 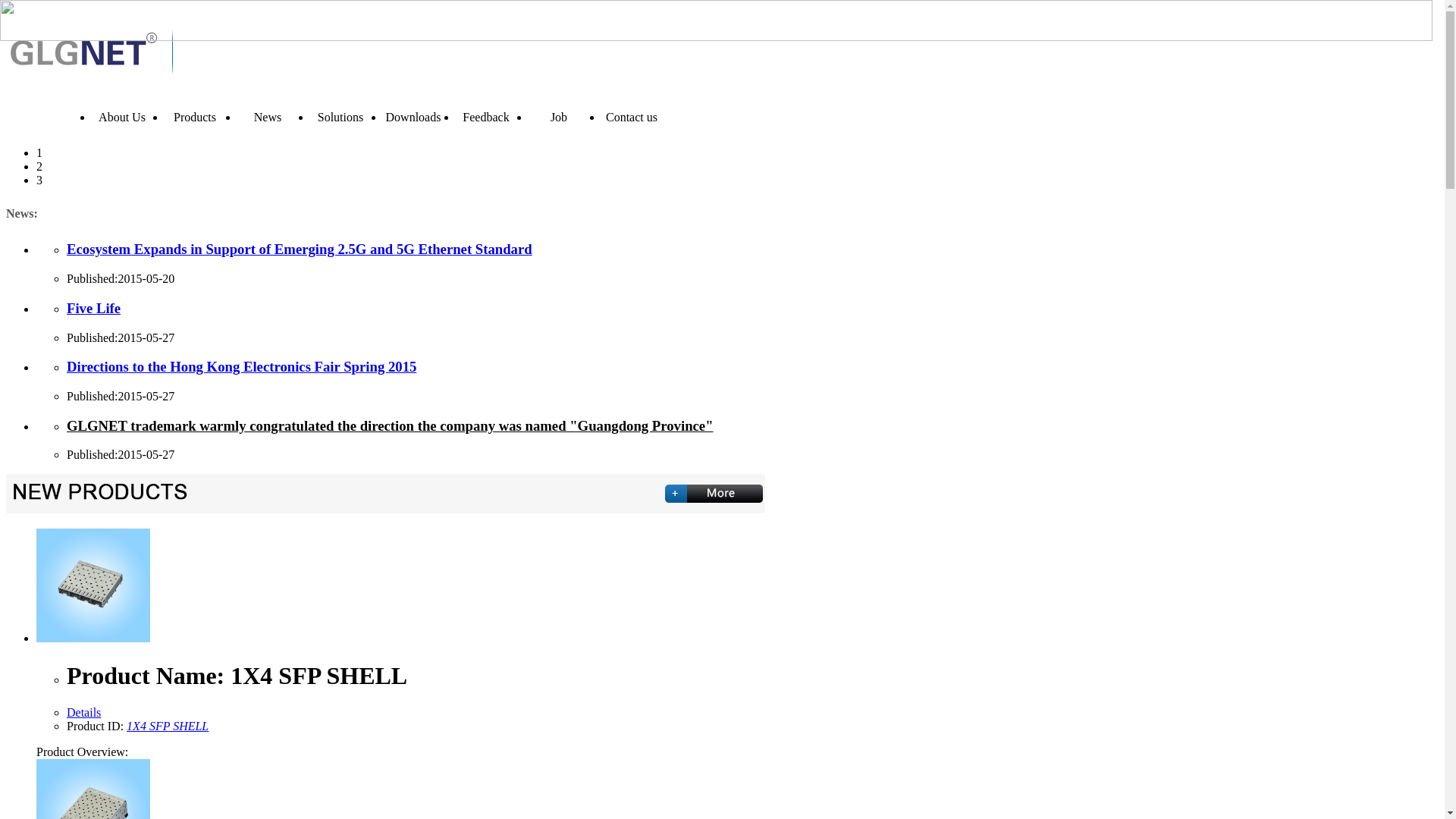 I want to click on 'Directions to the Hong Kong Electronics Fair Spring 2015', so click(x=240, y=366).